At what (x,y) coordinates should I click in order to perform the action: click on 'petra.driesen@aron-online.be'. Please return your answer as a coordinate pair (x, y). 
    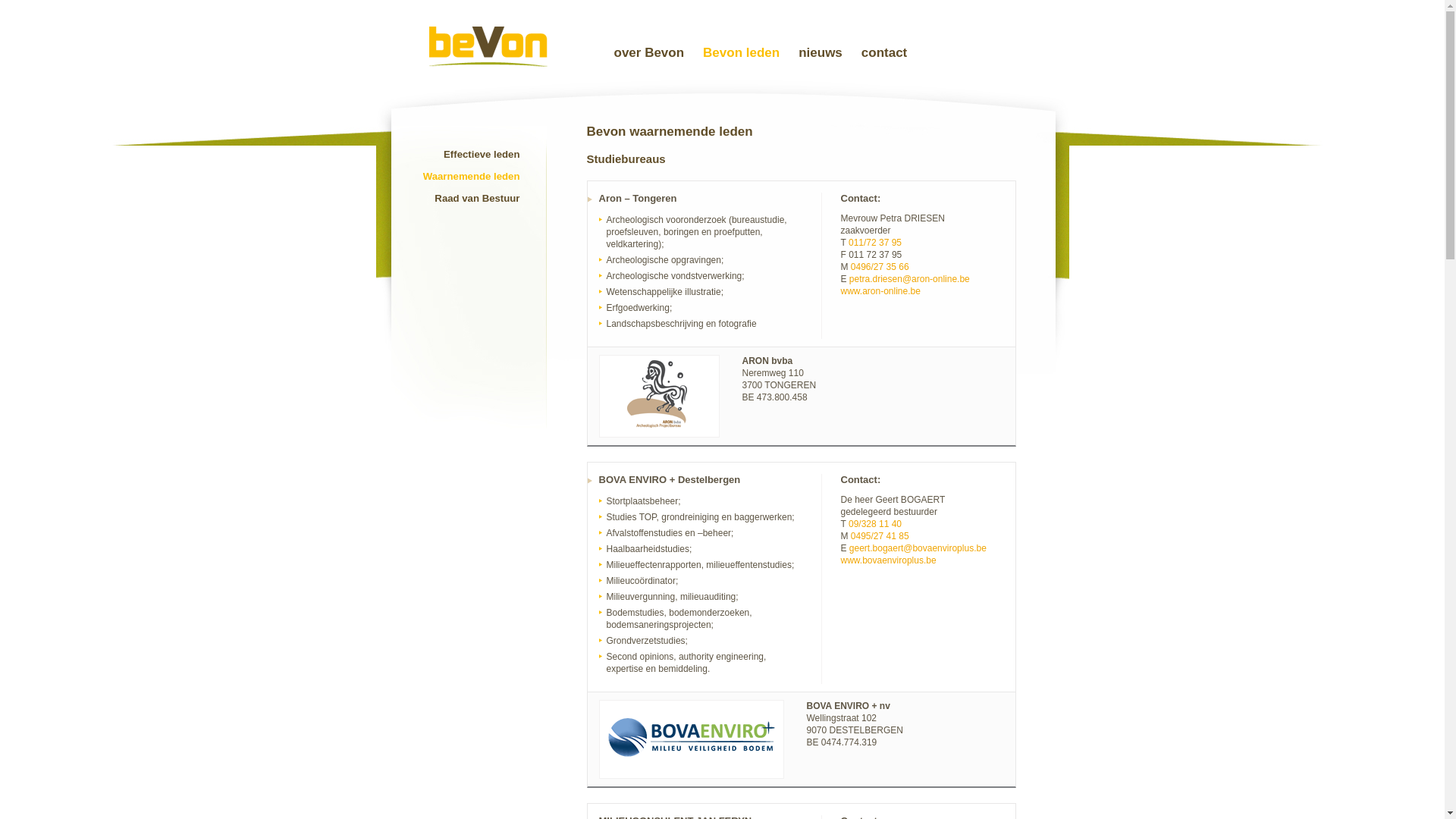
    Looking at the image, I should click on (909, 278).